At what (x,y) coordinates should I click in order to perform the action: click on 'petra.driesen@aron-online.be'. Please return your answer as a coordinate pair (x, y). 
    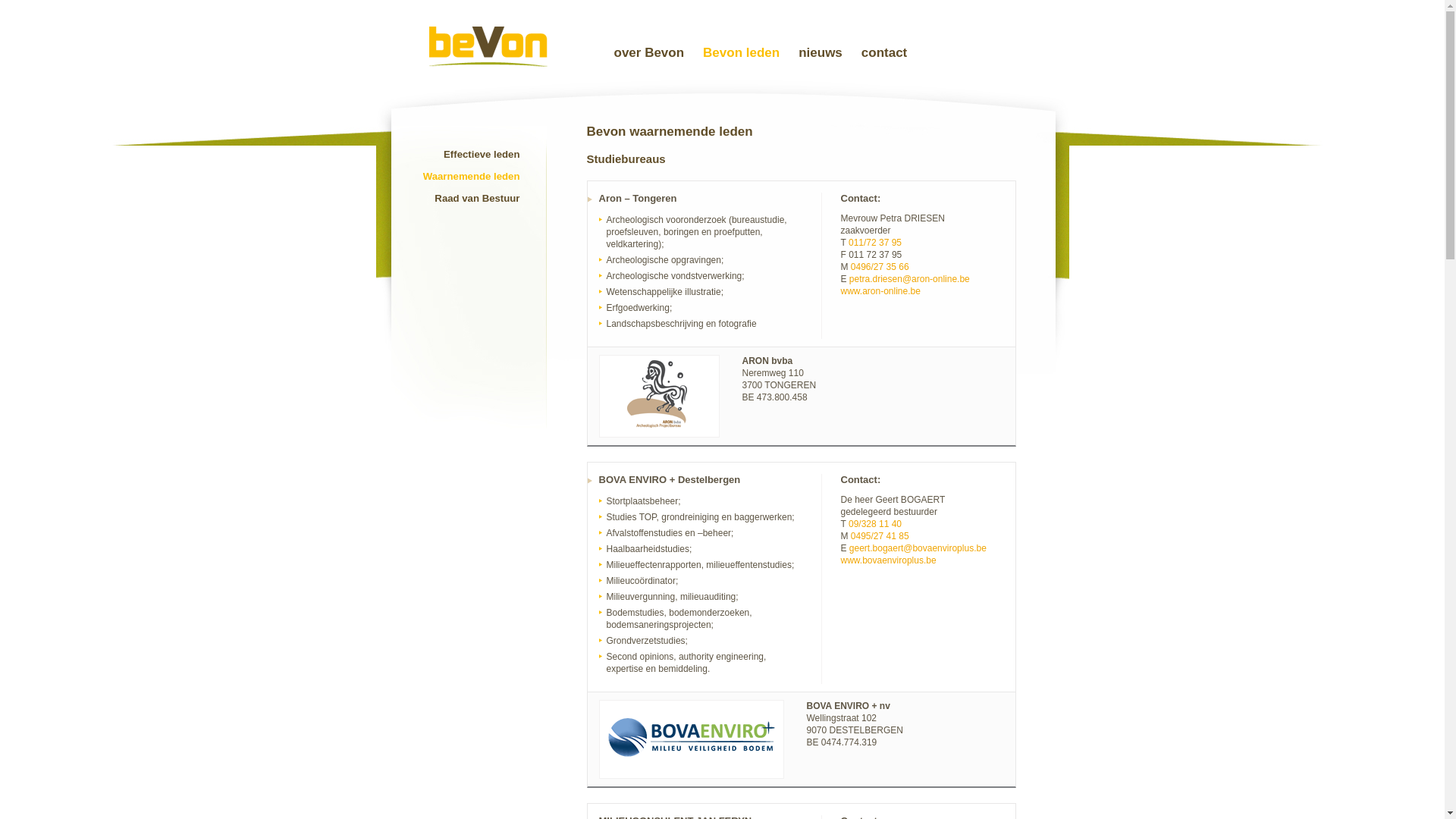
    Looking at the image, I should click on (909, 278).